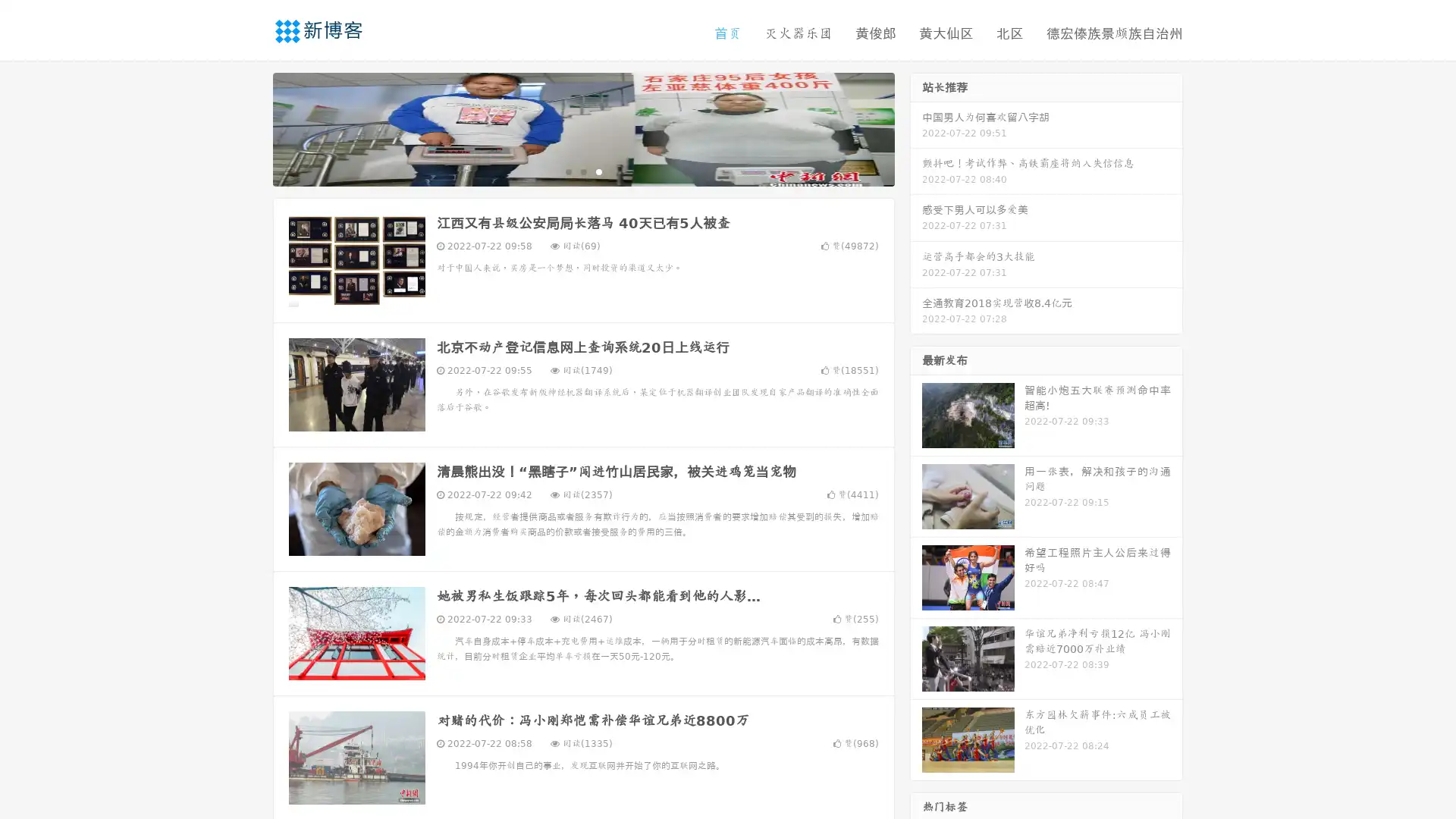  I want to click on Go to slide 2, so click(582, 171).